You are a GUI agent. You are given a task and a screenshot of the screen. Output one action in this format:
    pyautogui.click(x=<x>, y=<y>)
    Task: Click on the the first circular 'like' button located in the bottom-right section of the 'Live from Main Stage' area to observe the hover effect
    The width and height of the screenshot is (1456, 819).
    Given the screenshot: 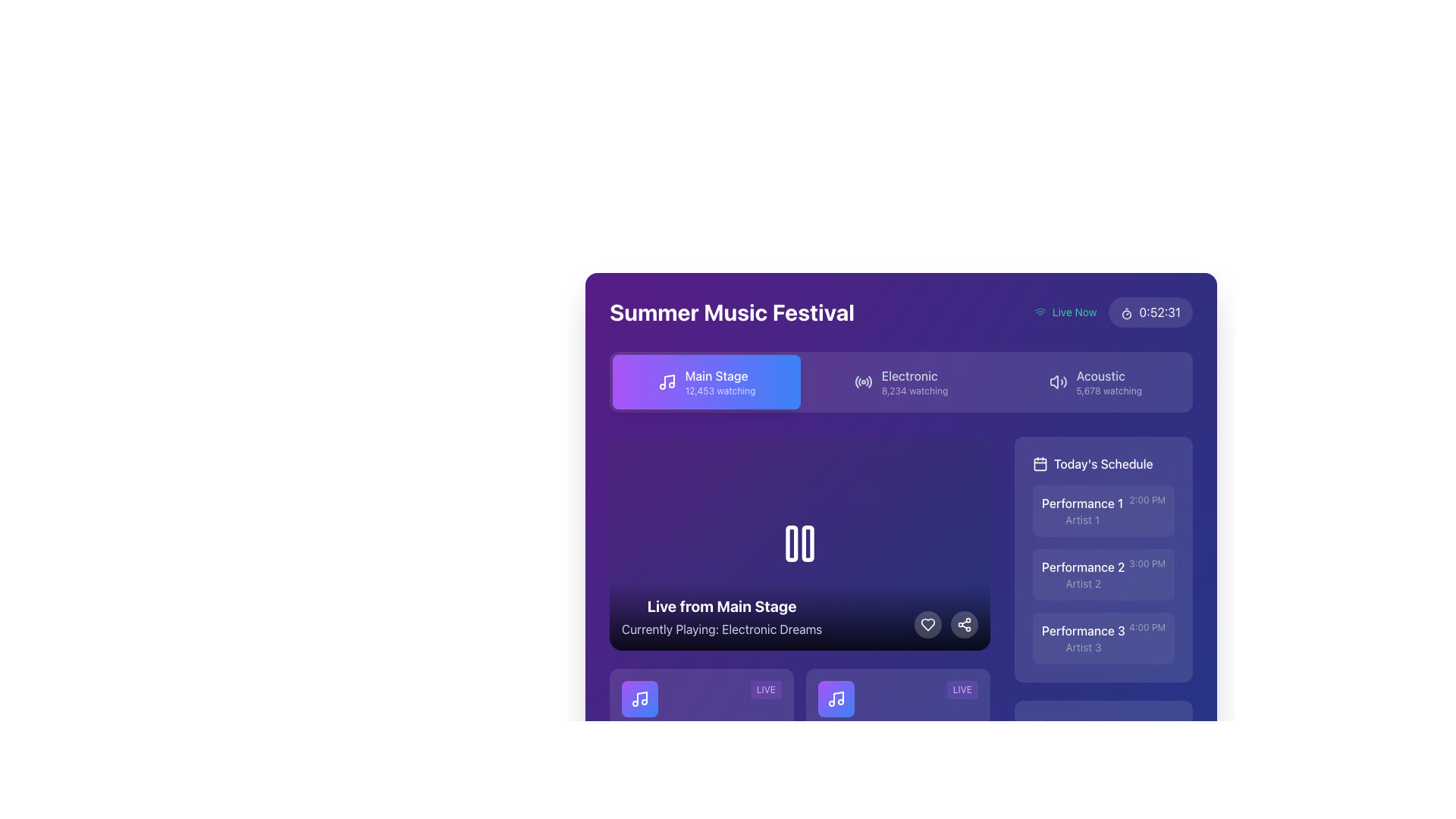 What is the action you would take?
    pyautogui.click(x=927, y=625)
    